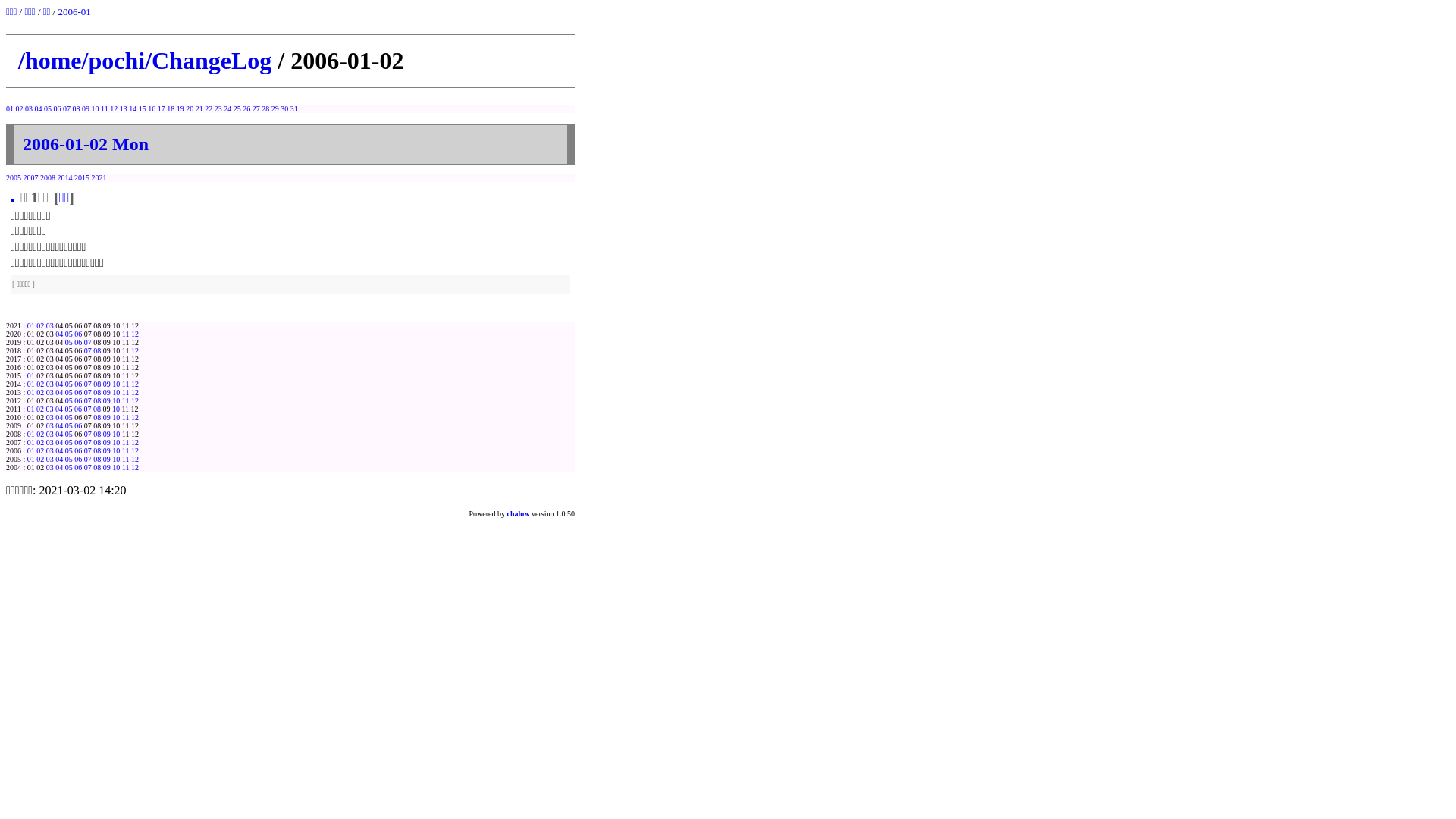 Image resolution: width=1456 pixels, height=819 pixels. What do you see at coordinates (64, 408) in the screenshot?
I see `'05'` at bounding box center [64, 408].